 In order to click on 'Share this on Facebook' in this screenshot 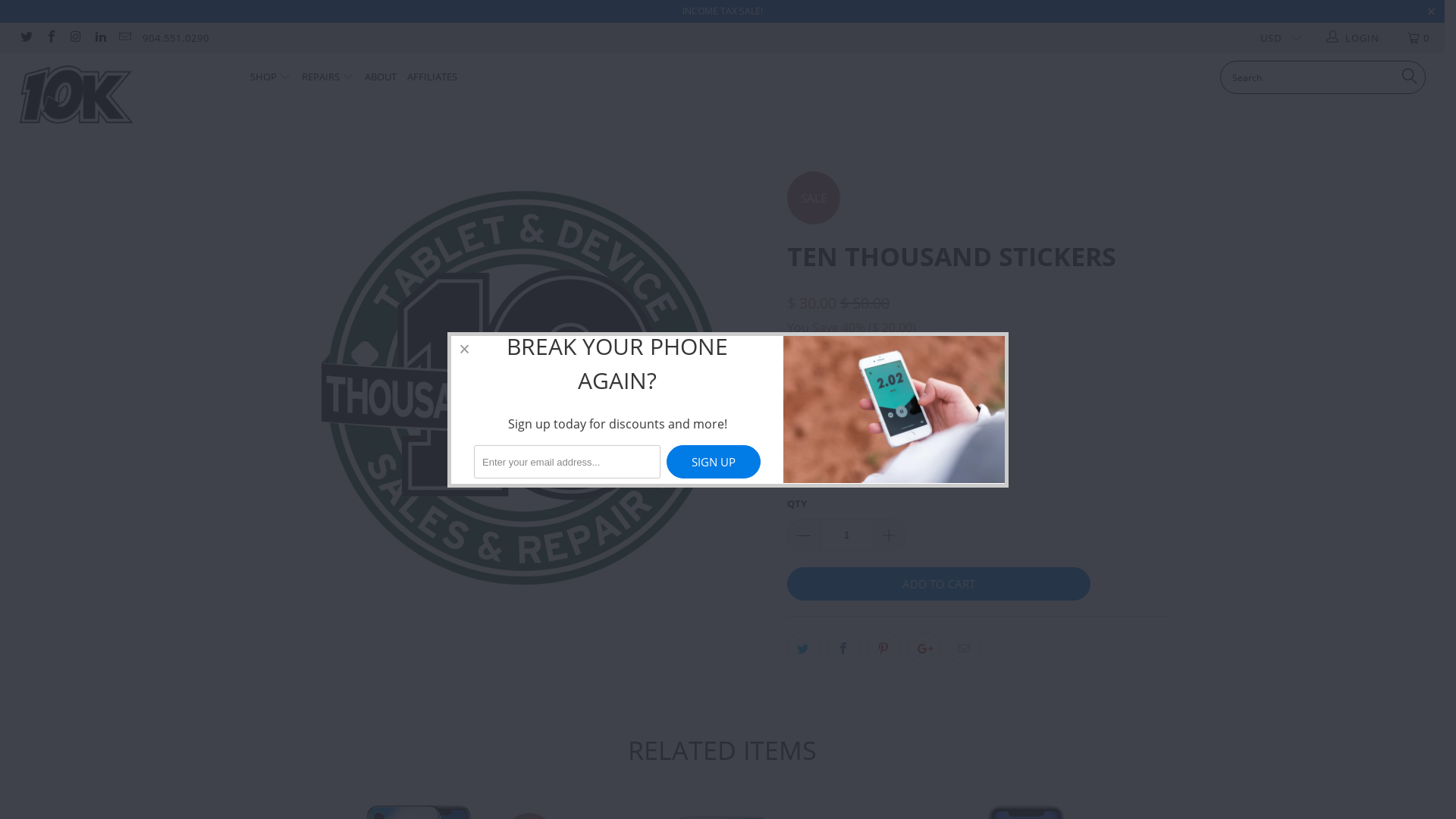, I will do `click(825, 648)`.